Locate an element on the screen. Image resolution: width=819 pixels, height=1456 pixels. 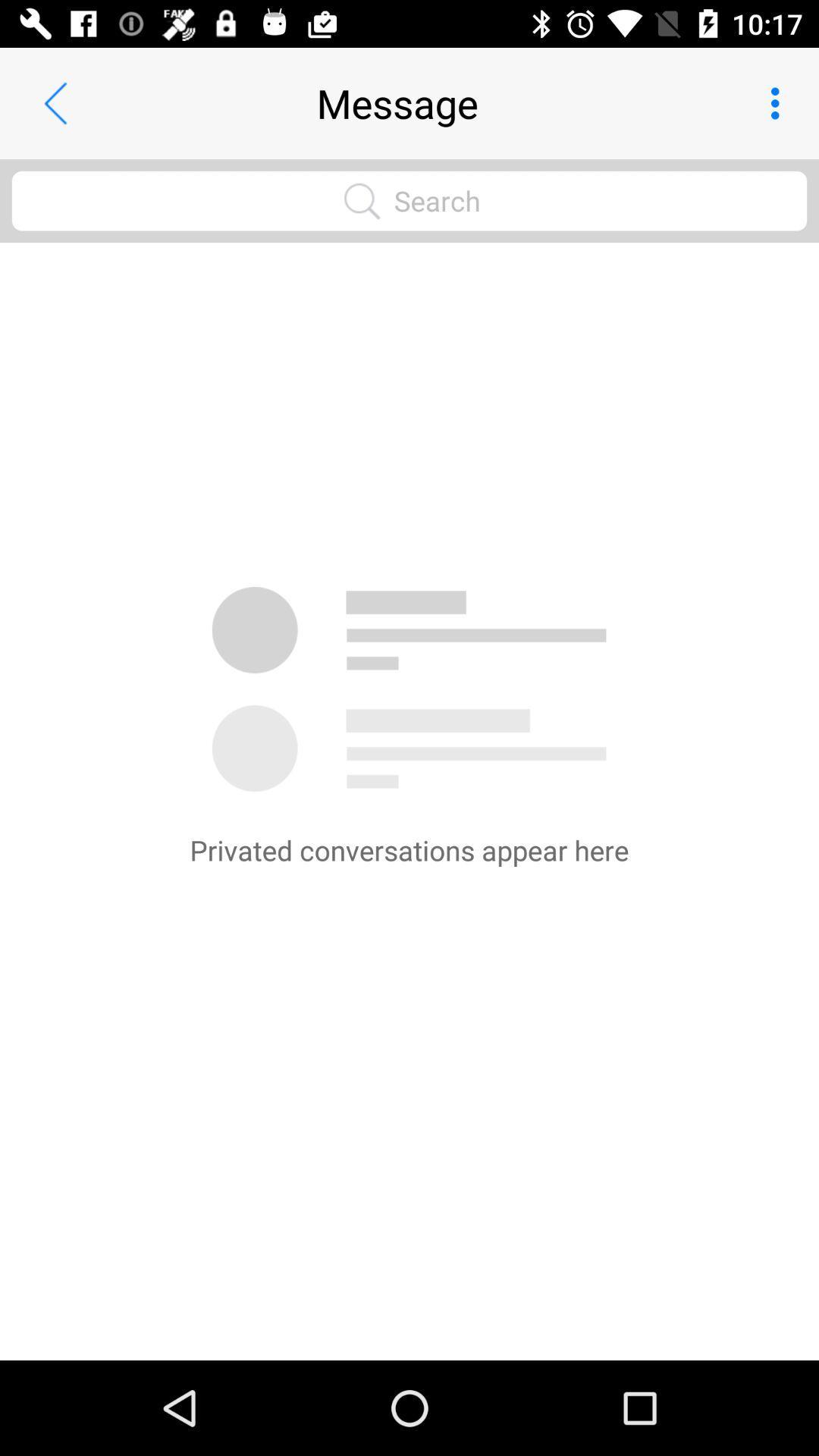
the item next to message app is located at coordinates (55, 102).